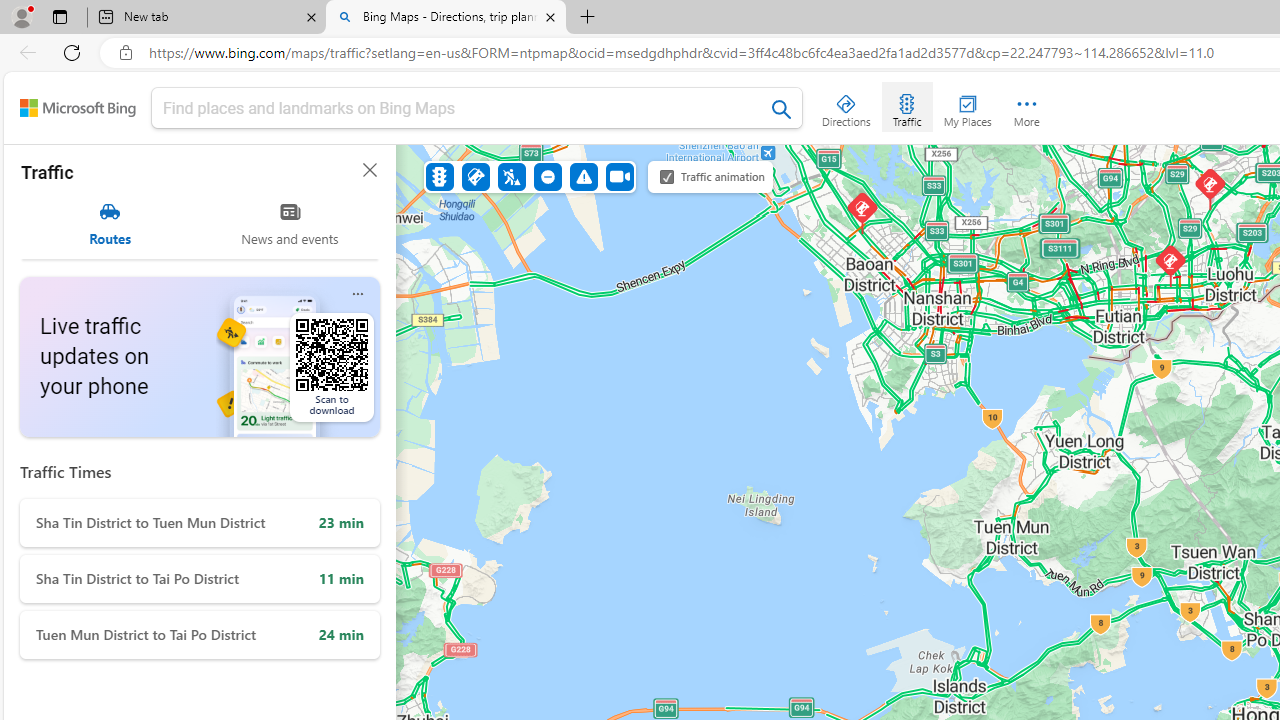 The height and width of the screenshot is (720, 1280). What do you see at coordinates (547, 175) in the screenshot?
I see `'Road Closures'` at bounding box center [547, 175].